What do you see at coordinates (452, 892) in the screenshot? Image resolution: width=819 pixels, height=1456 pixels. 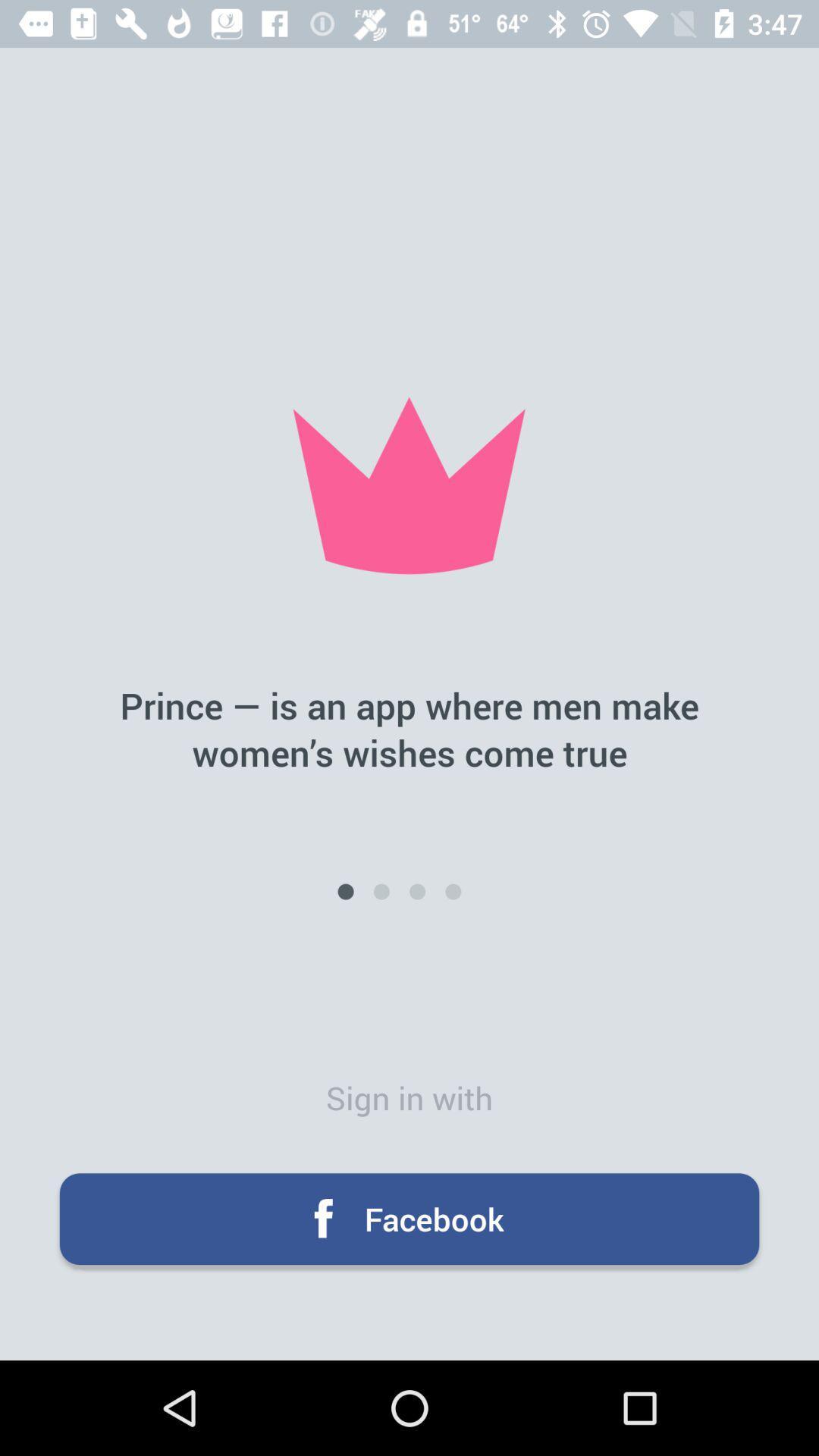 I see `the item below the prince is an` at bounding box center [452, 892].